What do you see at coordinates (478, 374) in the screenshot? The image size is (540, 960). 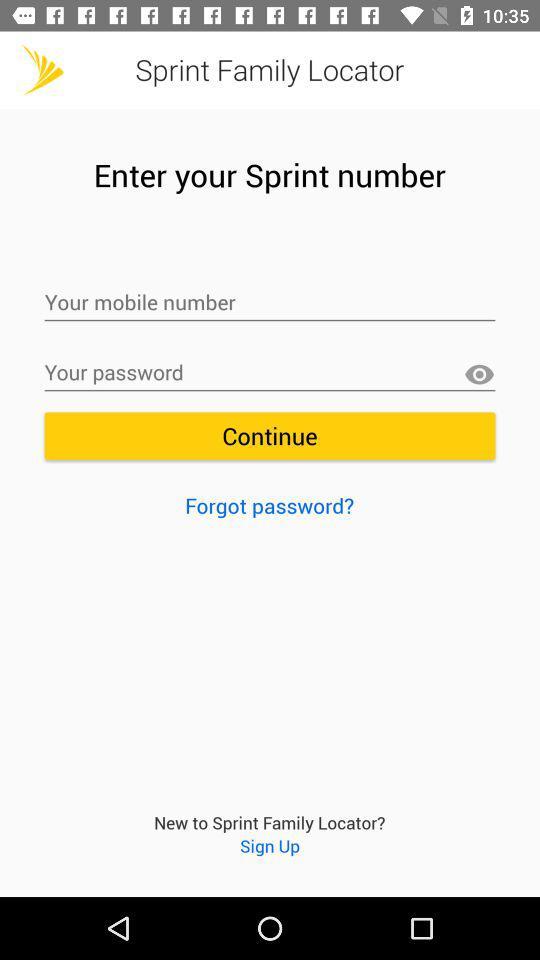 I see `show password` at bounding box center [478, 374].